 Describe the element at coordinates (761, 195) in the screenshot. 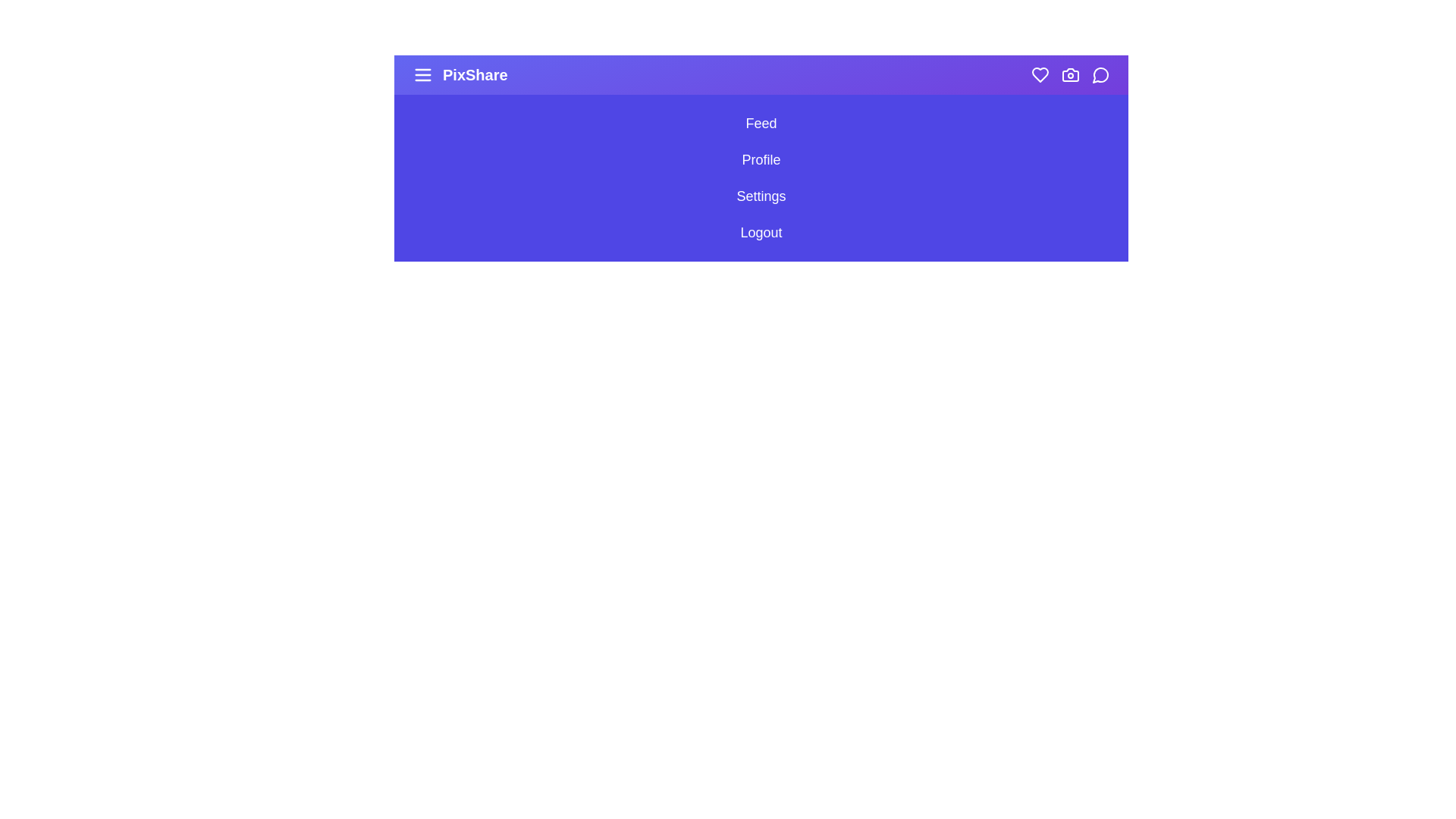

I see `the sidebar option Settings to observe its hover effect` at that location.